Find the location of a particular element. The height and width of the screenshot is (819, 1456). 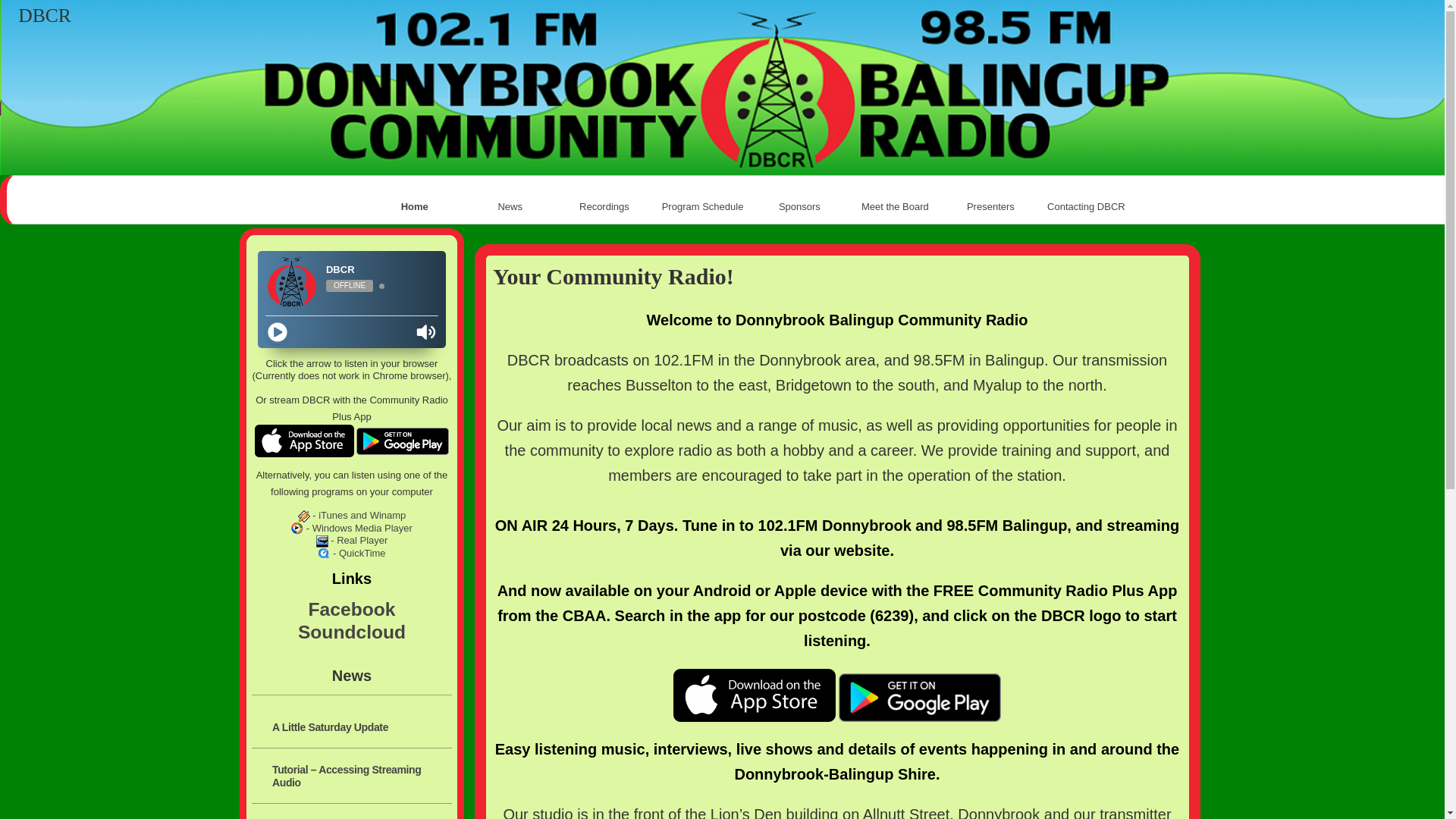

'QuickTime' is located at coordinates (323, 553).